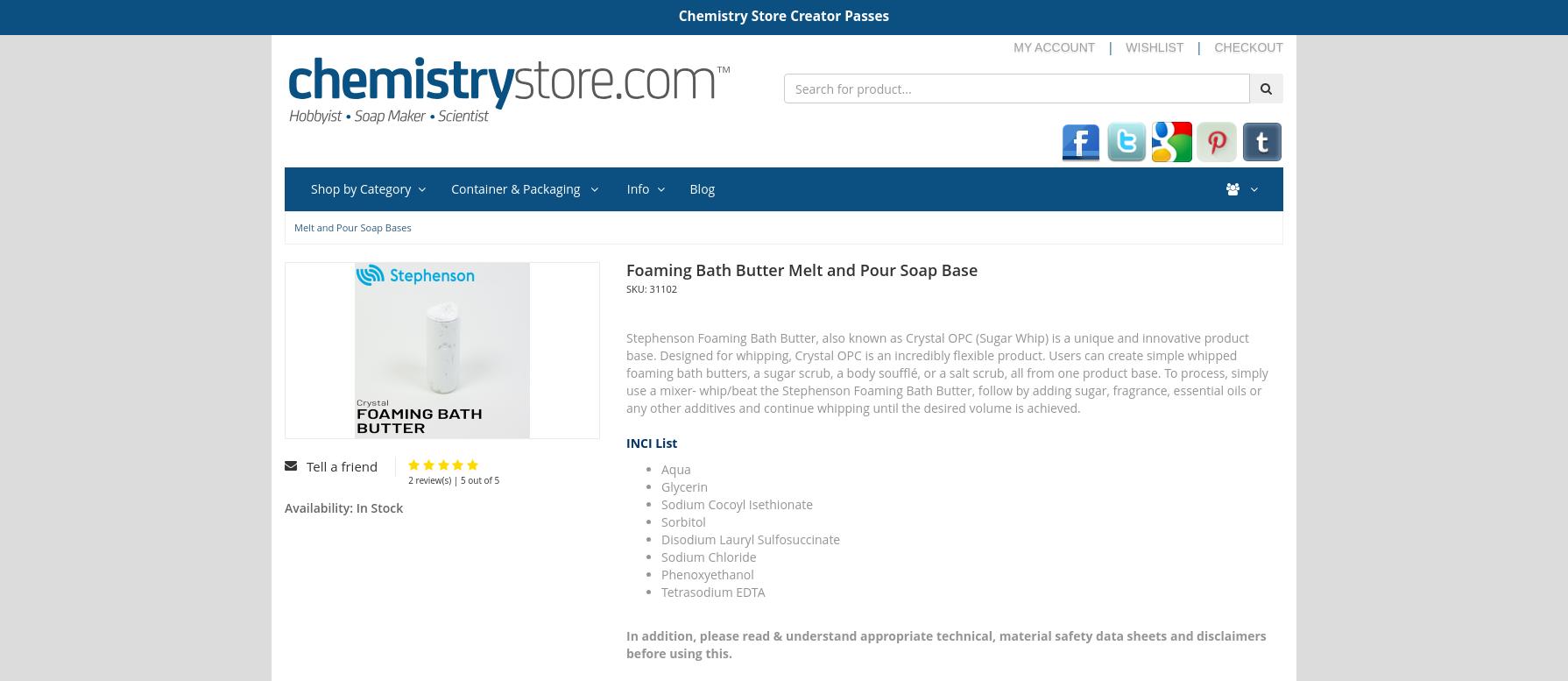 The height and width of the screenshot is (681, 1568). What do you see at coordinates (736, 503) in the screenshot?
I see `'Sodium Cocoyl Isethionate'` at bounding box center [736, 503].